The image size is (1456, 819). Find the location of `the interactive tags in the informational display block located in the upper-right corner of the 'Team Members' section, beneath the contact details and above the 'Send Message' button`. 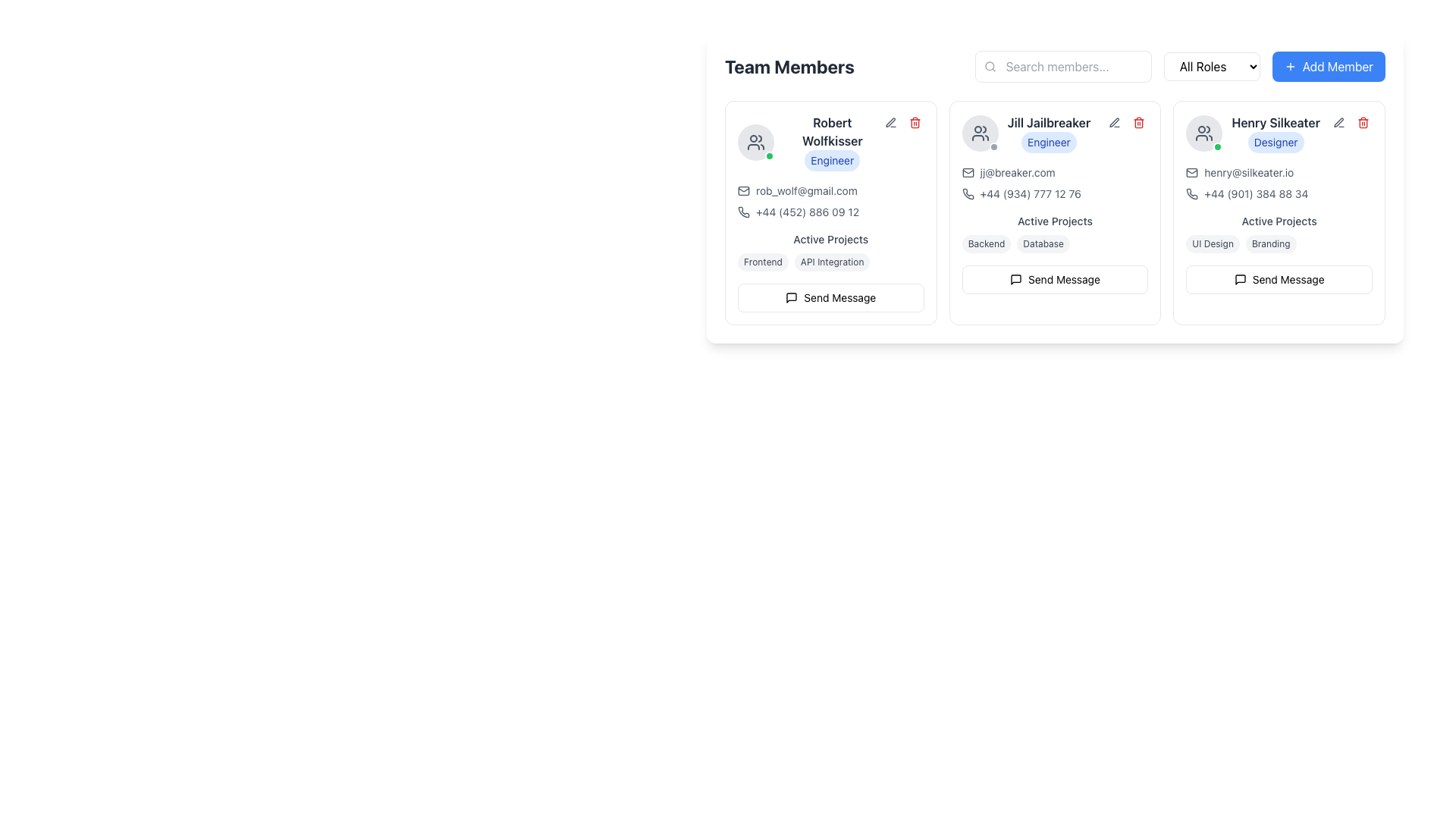

the interactive tags in the informational display block located in the upper-right corner of the 'Team Members' section, beneath the contact details and above the 'Send Message' button is located at coordinates (1278, 234).